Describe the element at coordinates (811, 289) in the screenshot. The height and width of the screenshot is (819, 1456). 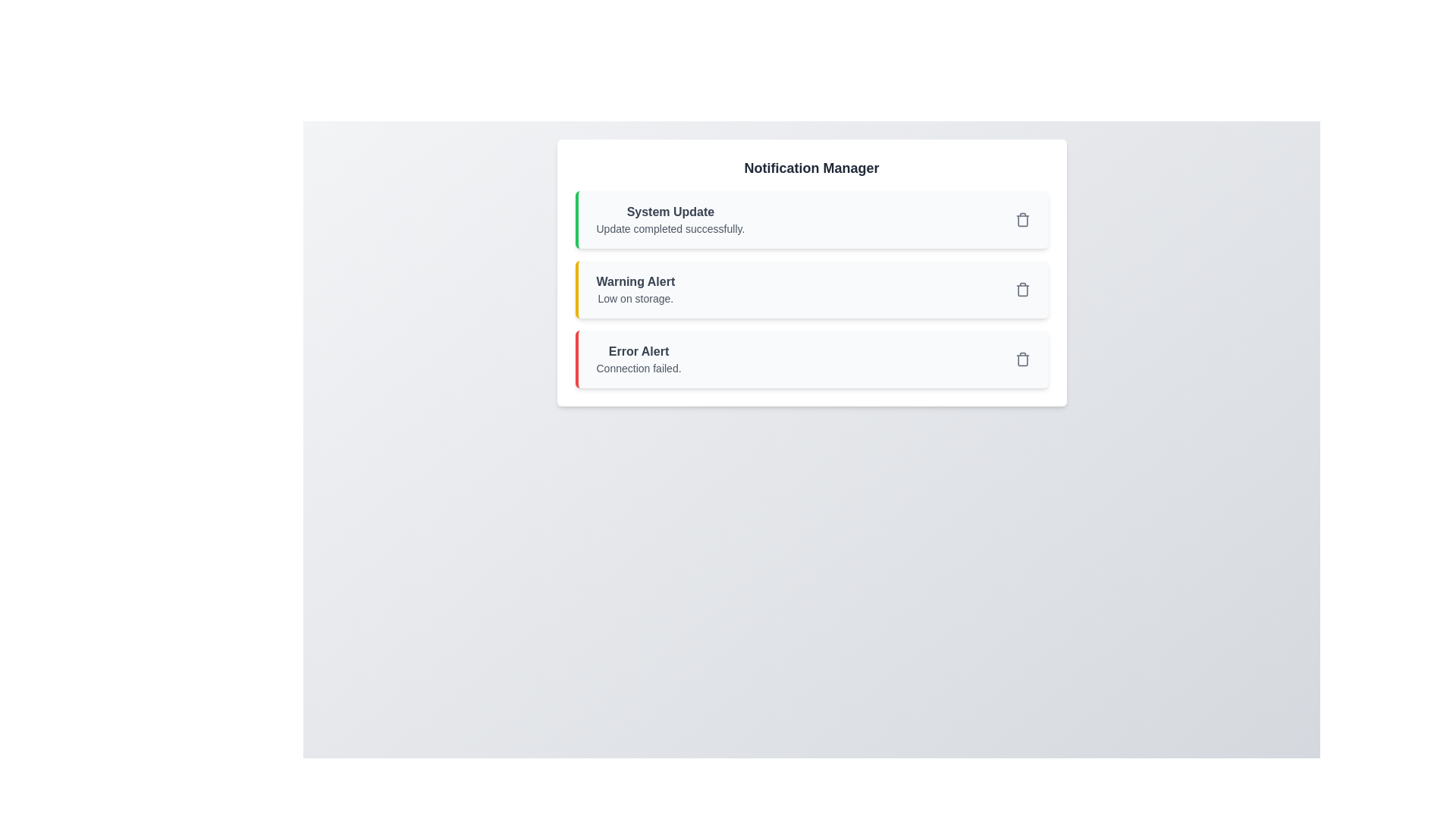
I see `the second notification card in the 'Notification Manager'` at that location.